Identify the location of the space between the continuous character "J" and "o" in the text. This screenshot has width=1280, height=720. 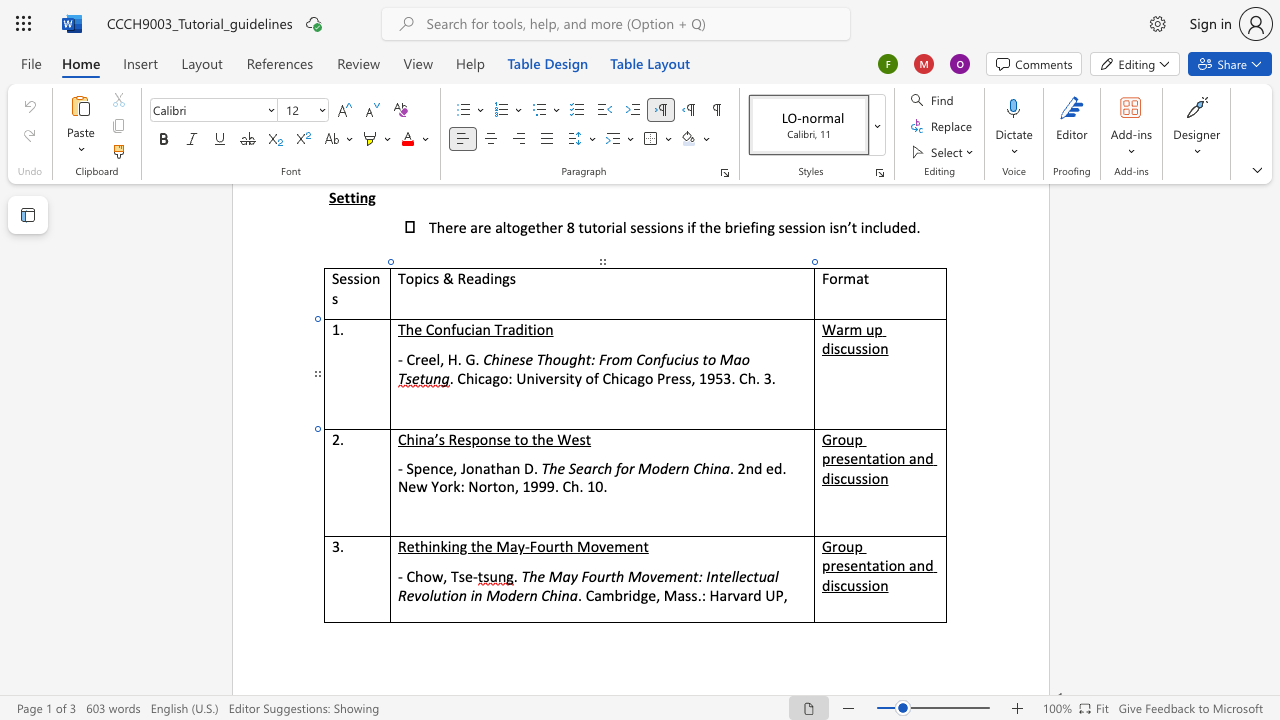
(465, 468).